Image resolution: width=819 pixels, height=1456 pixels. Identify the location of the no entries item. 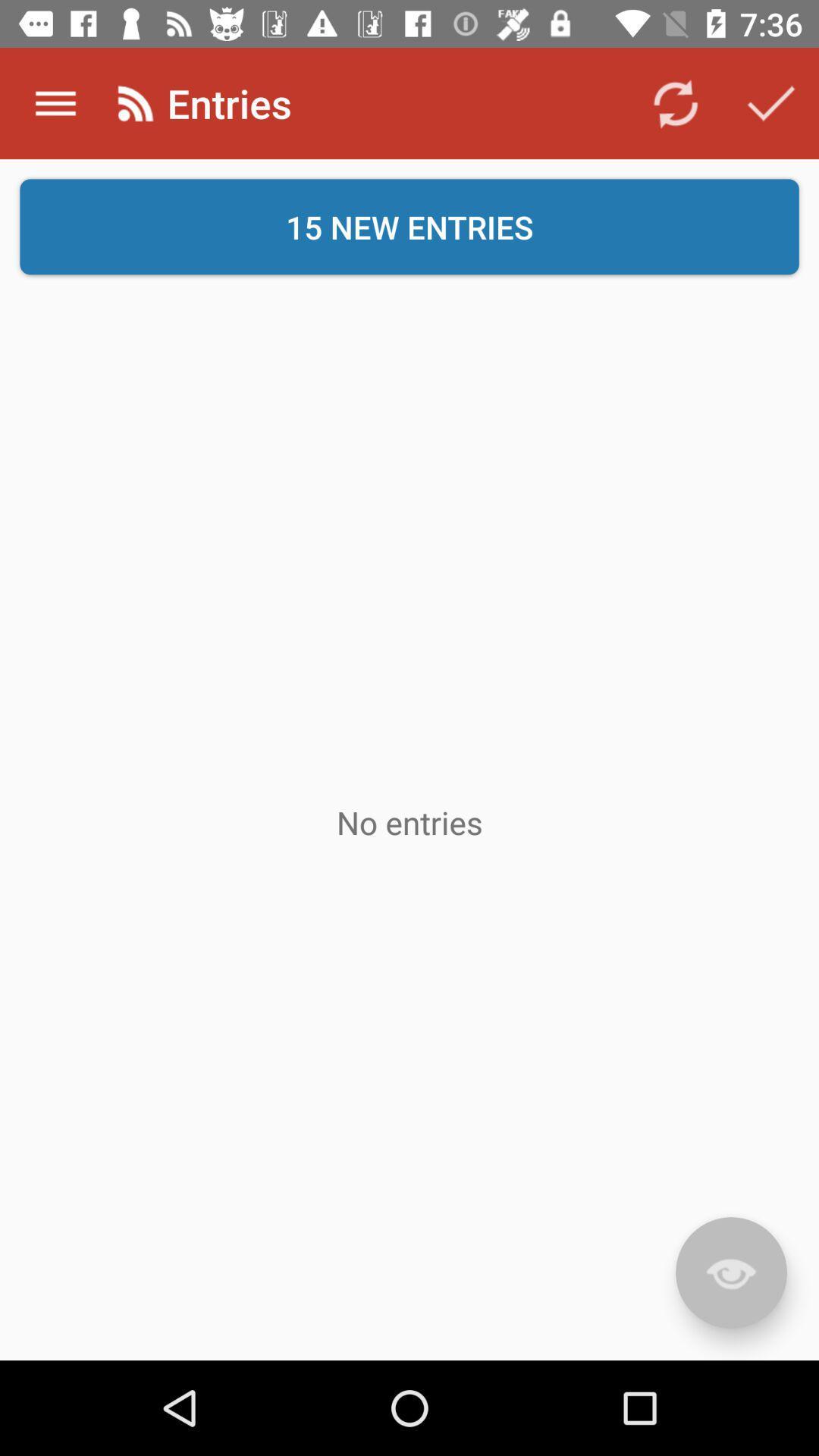
(409, 821).